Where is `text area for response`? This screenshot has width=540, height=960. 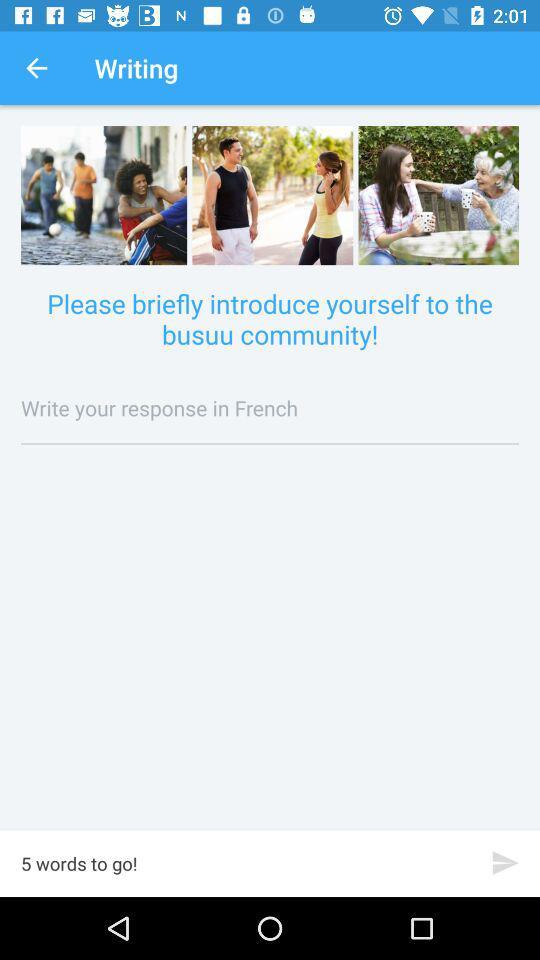
text area for response is located at coordinates (270, 407).